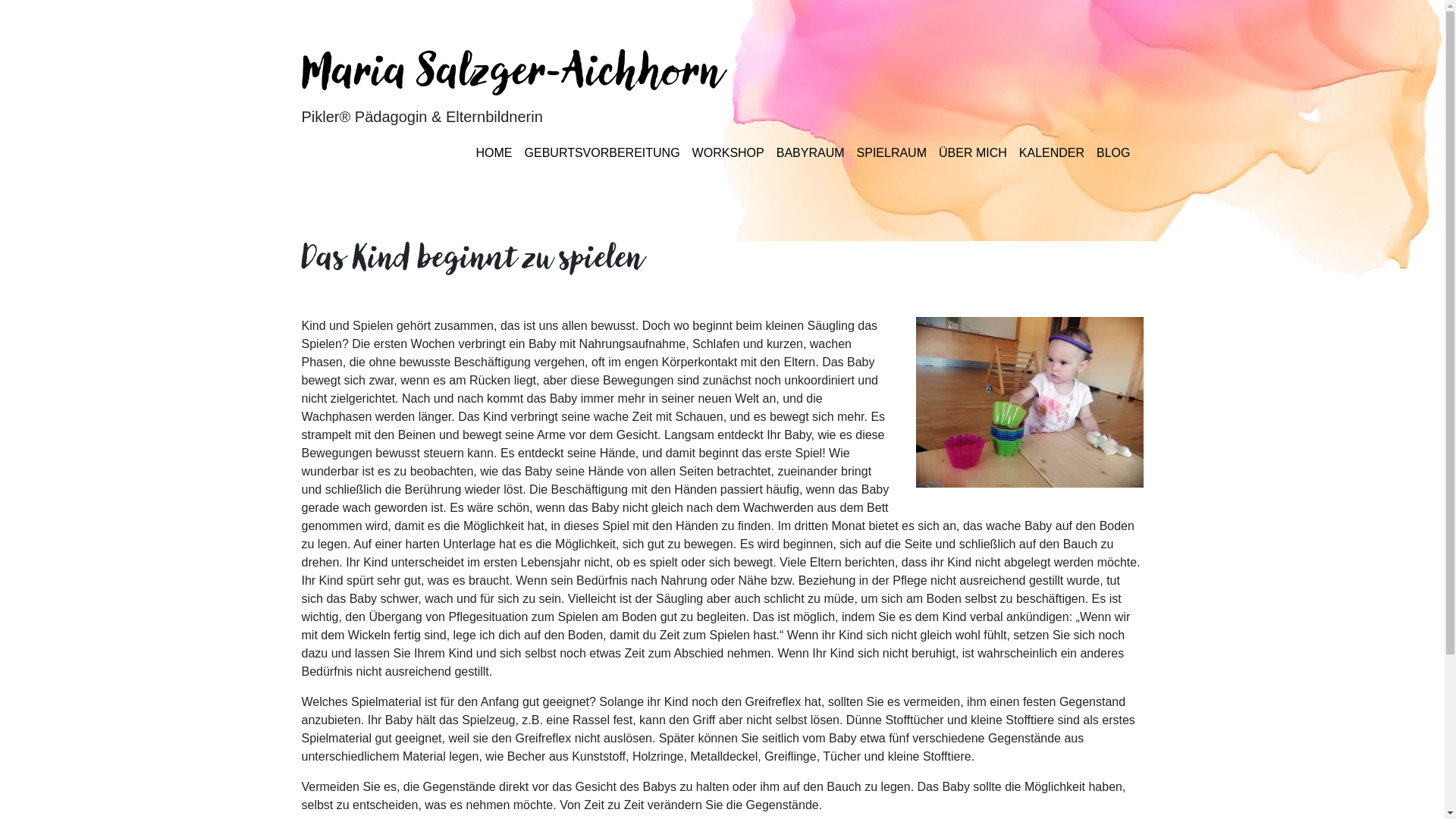  What do you see at coordinates (494, 152) in the screenshot?
I see `'HOME'` at bounding box center [494, 152].